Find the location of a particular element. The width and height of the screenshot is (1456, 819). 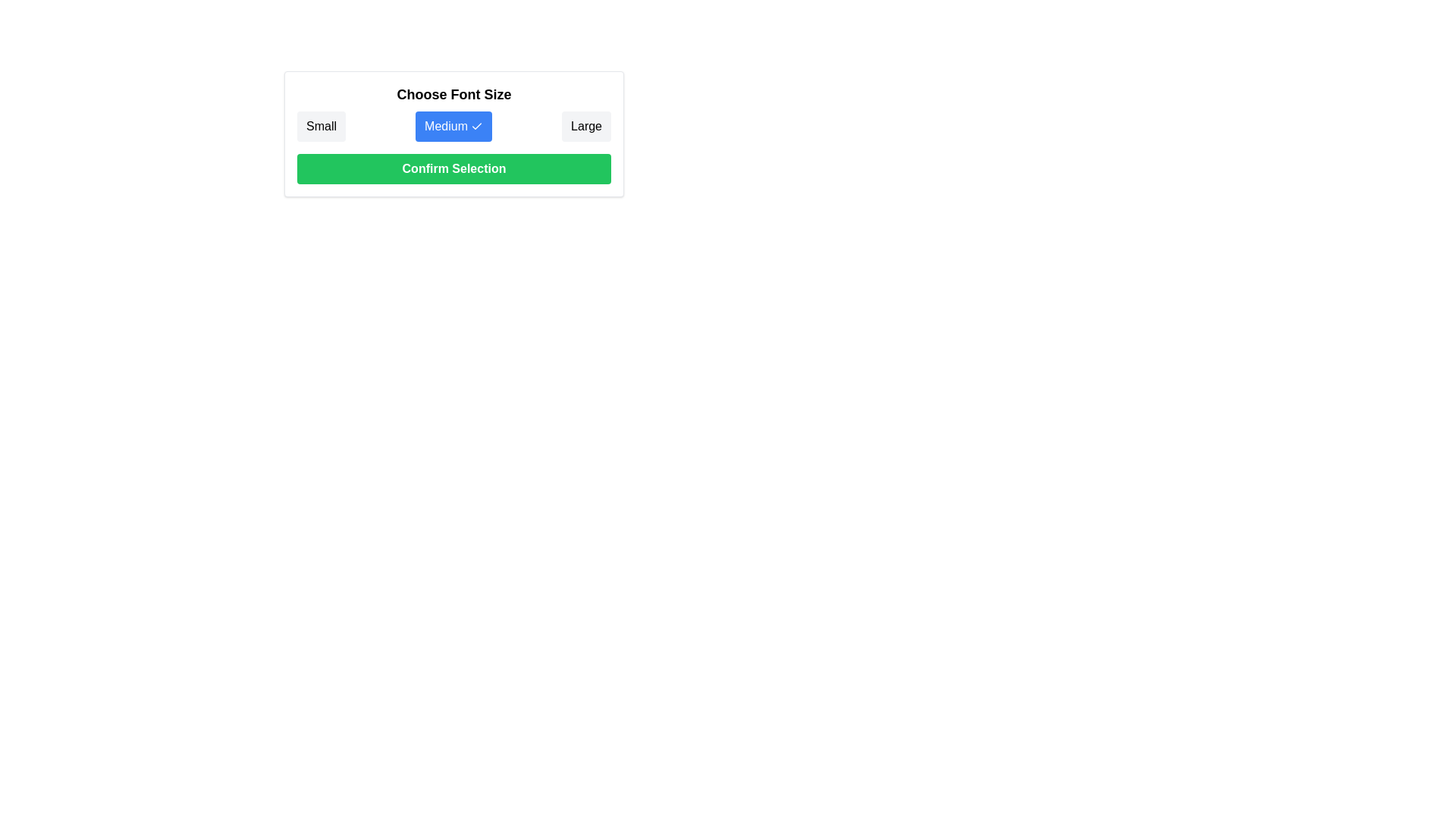

the 'Small' button, which is a rectangular button with rounded corners and contains the text 'Small' aligned to the left-middle is located at coordinates (320, 125).